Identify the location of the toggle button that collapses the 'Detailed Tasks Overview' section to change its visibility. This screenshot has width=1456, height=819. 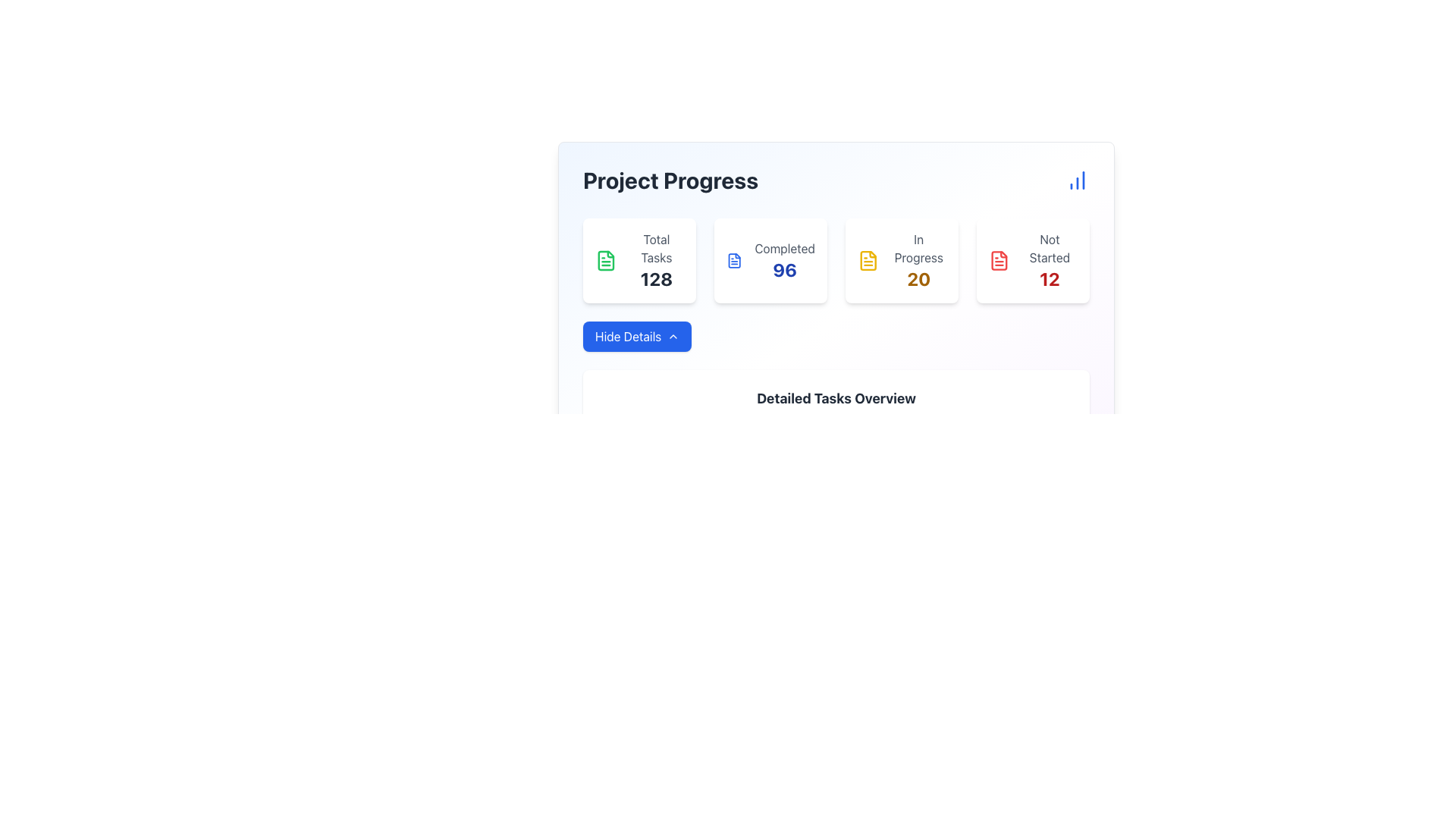
(637, 335).